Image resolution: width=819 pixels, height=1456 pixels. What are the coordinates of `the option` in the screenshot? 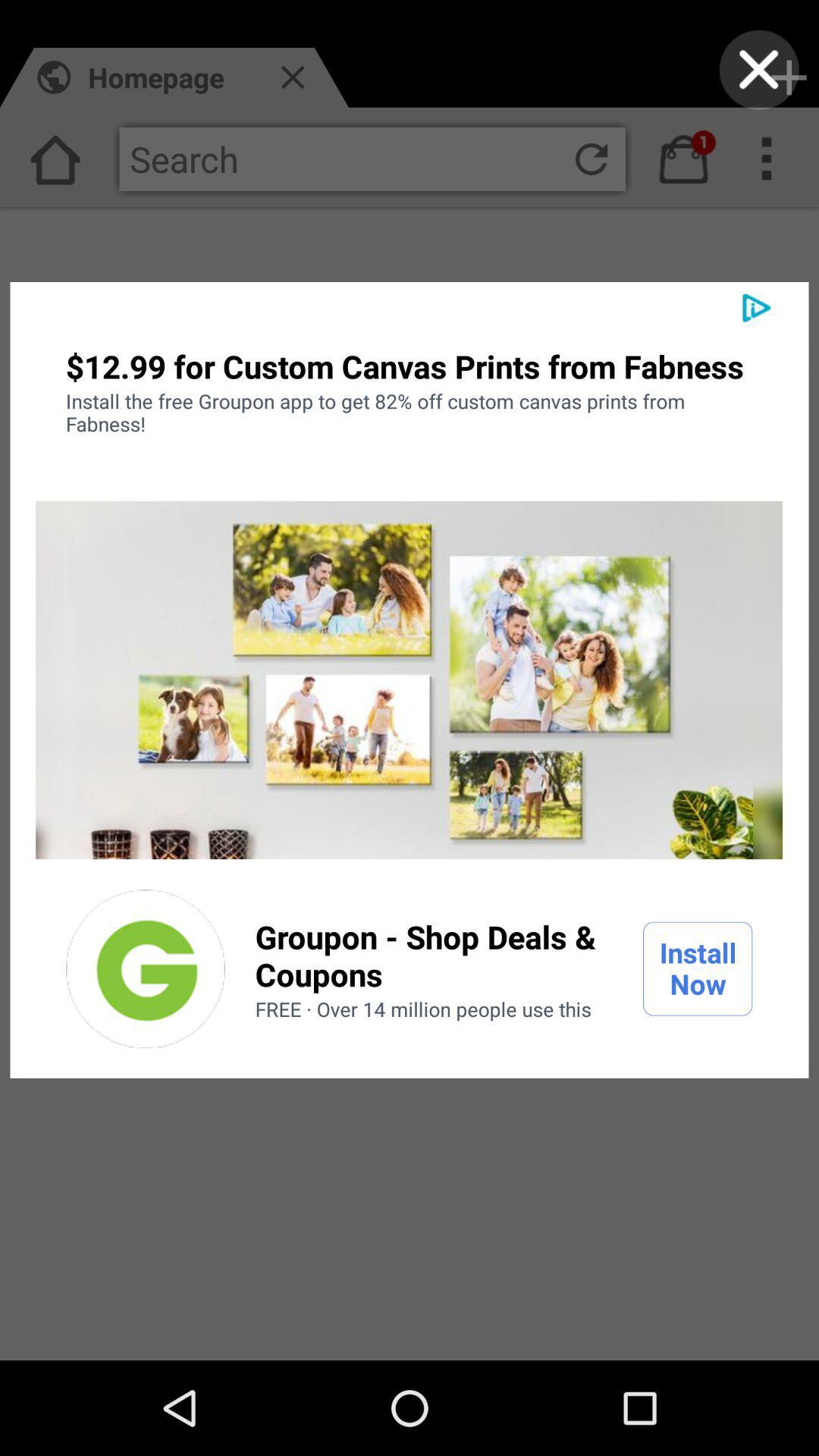 It's located at (146, 968).